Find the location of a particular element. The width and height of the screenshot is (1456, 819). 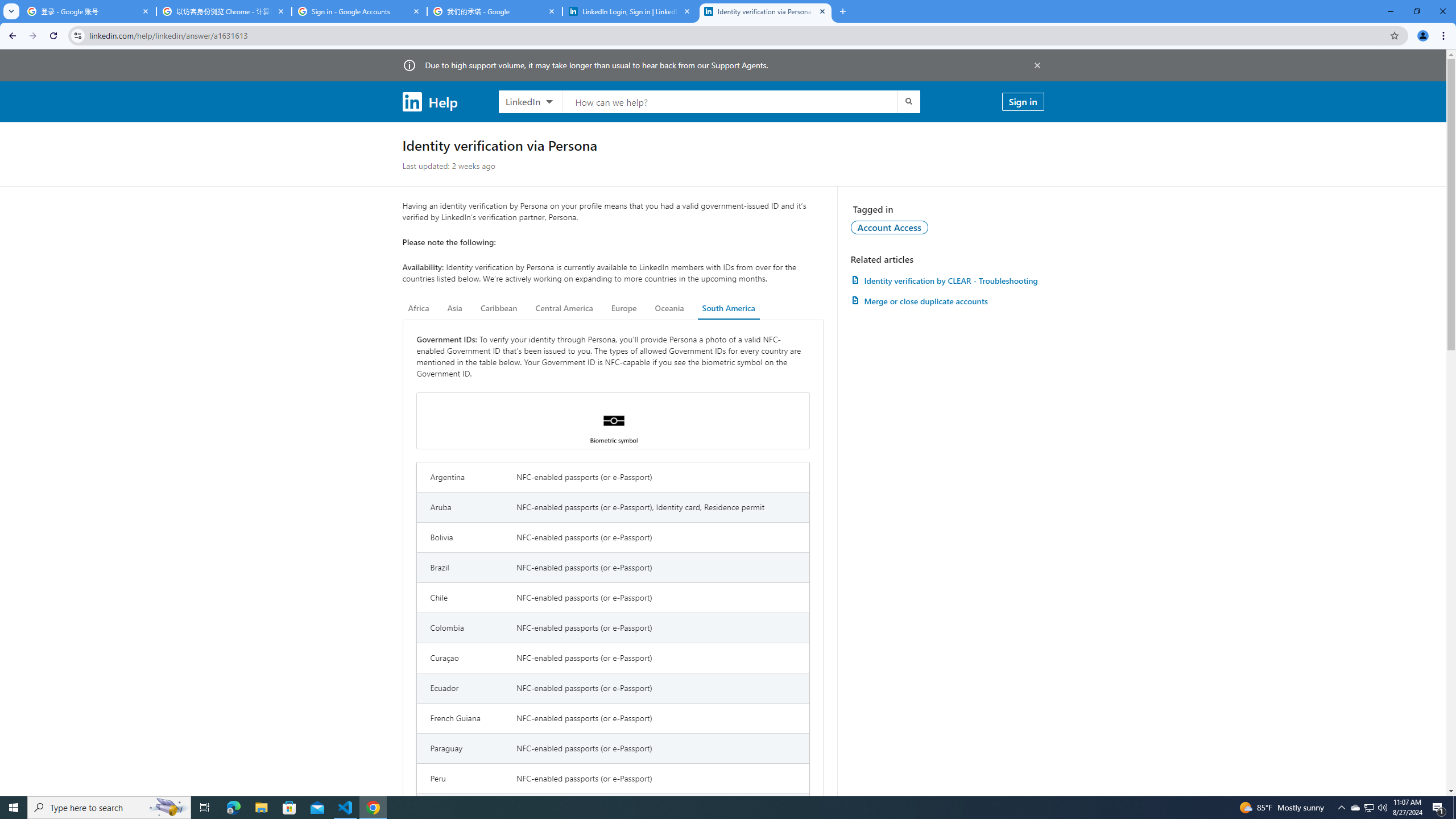

'Sign in - Google Accounts' is located at coordinates (359, 11).